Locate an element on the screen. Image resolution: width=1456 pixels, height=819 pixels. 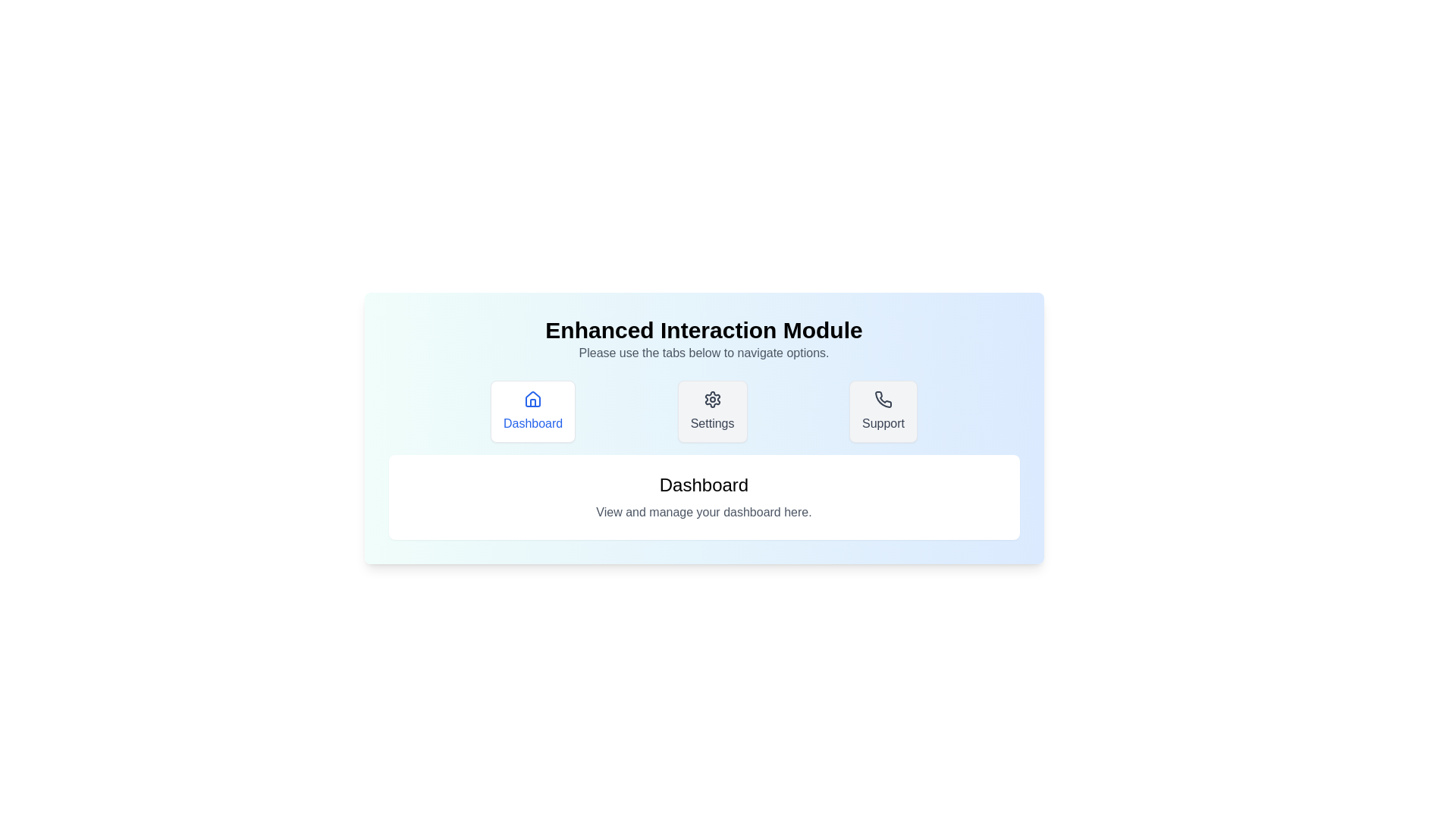
the tab with label Dashboard to observe its icon and visual effect is located at coordinates (533, 412).